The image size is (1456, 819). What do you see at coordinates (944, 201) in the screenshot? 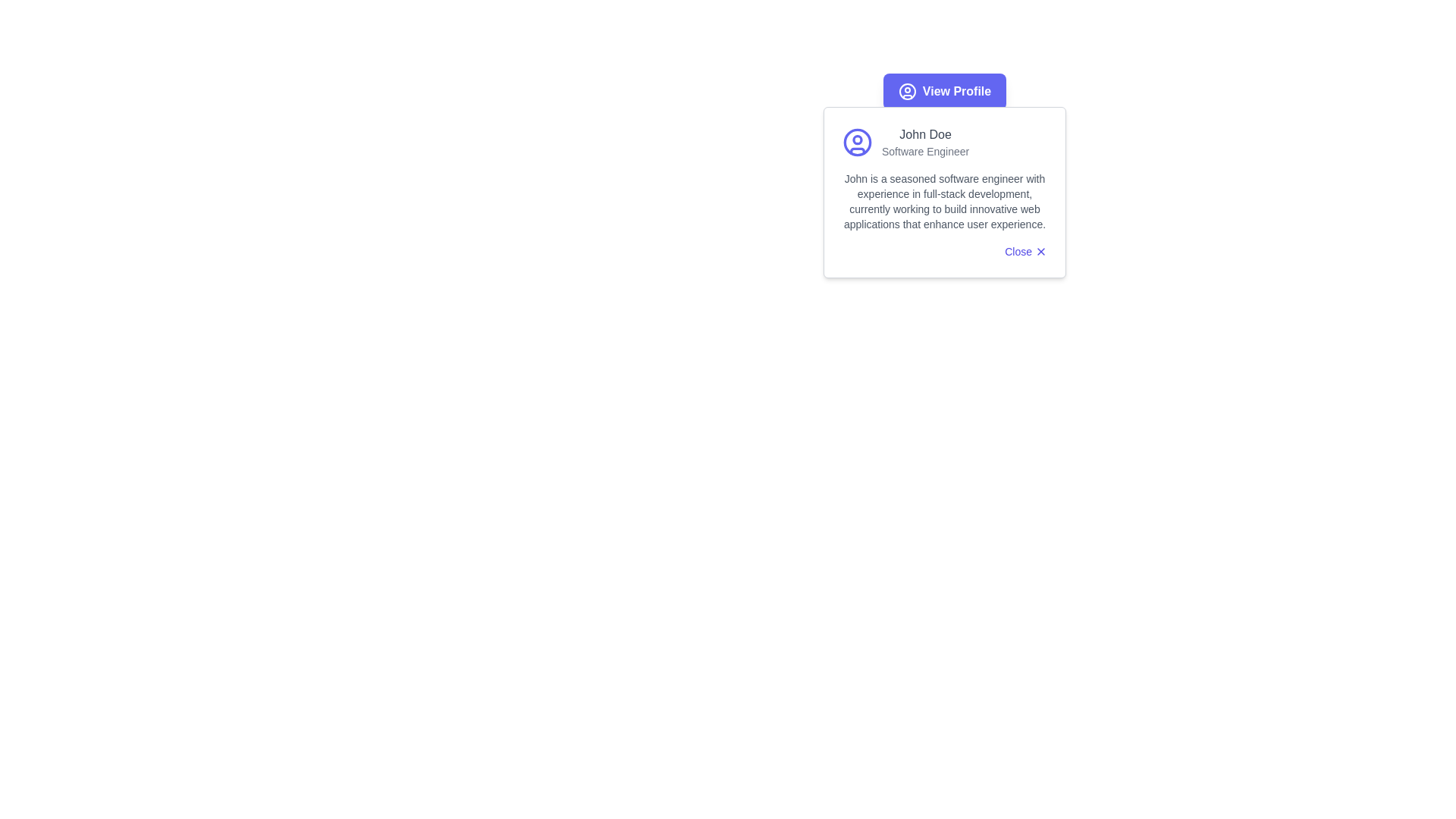
I see `detailed description text about John Doe, which is located below his title and subtitle within his information card` at bounding box center [944, 201].